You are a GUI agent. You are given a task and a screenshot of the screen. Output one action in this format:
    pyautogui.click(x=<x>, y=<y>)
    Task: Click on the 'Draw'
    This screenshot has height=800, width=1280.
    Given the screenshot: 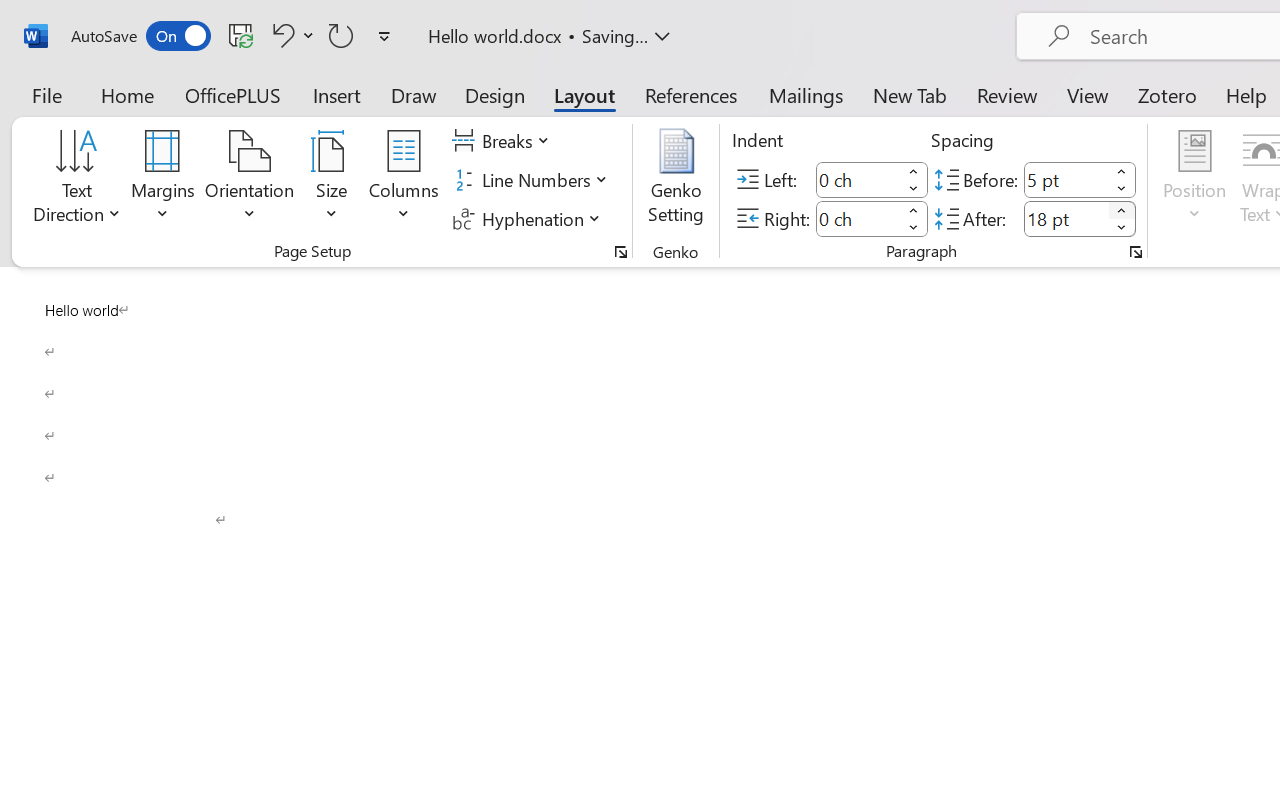 What is the action you would take?
    pyautogui.click(x=413, y=94)
    